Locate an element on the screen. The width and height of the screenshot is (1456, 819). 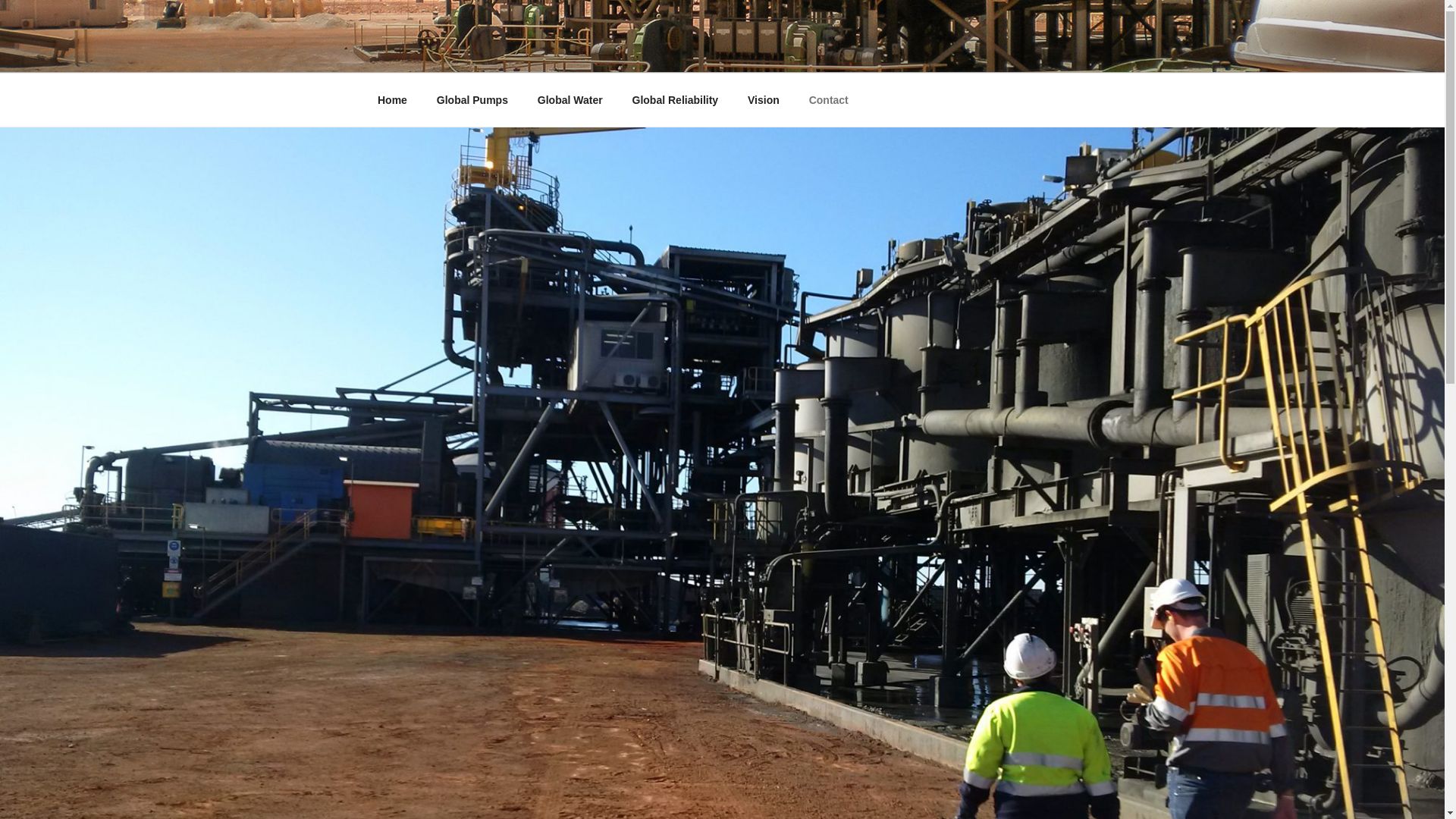
'Vision' is located at coordinates (735, 100).